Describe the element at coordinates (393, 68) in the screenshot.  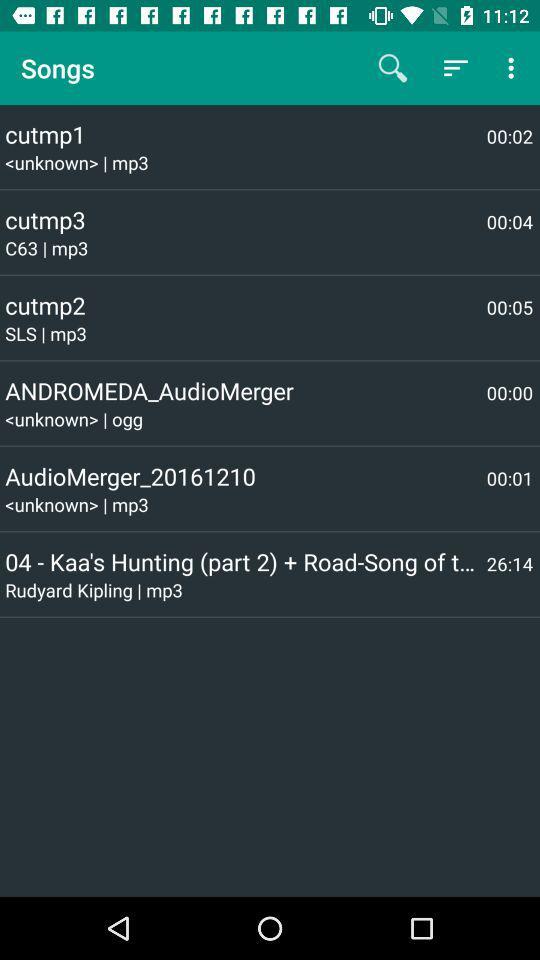
I see `the icon next to songs item` at that location.